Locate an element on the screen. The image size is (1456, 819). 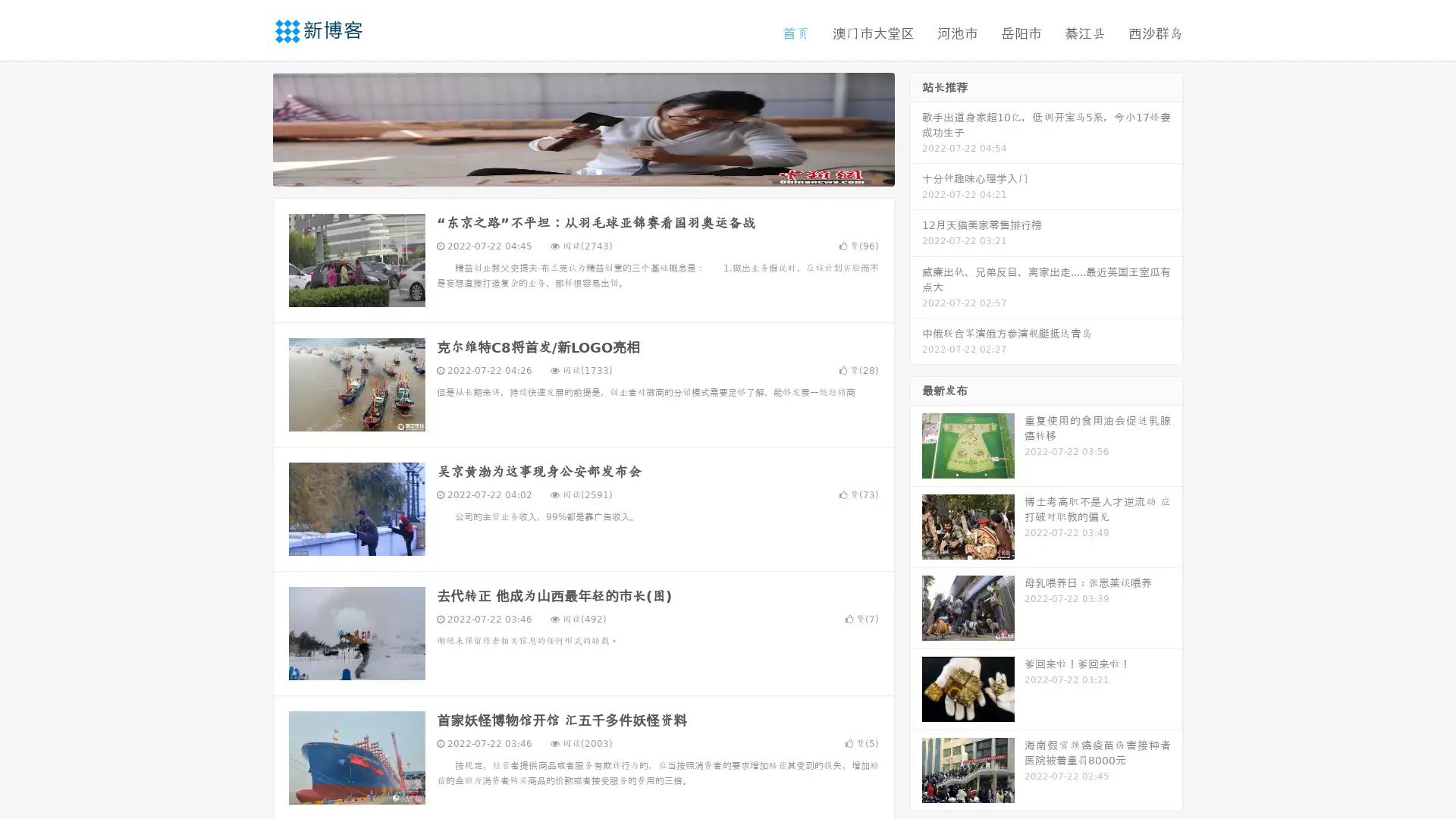
Previous slide is located at coordinates (250, 127).